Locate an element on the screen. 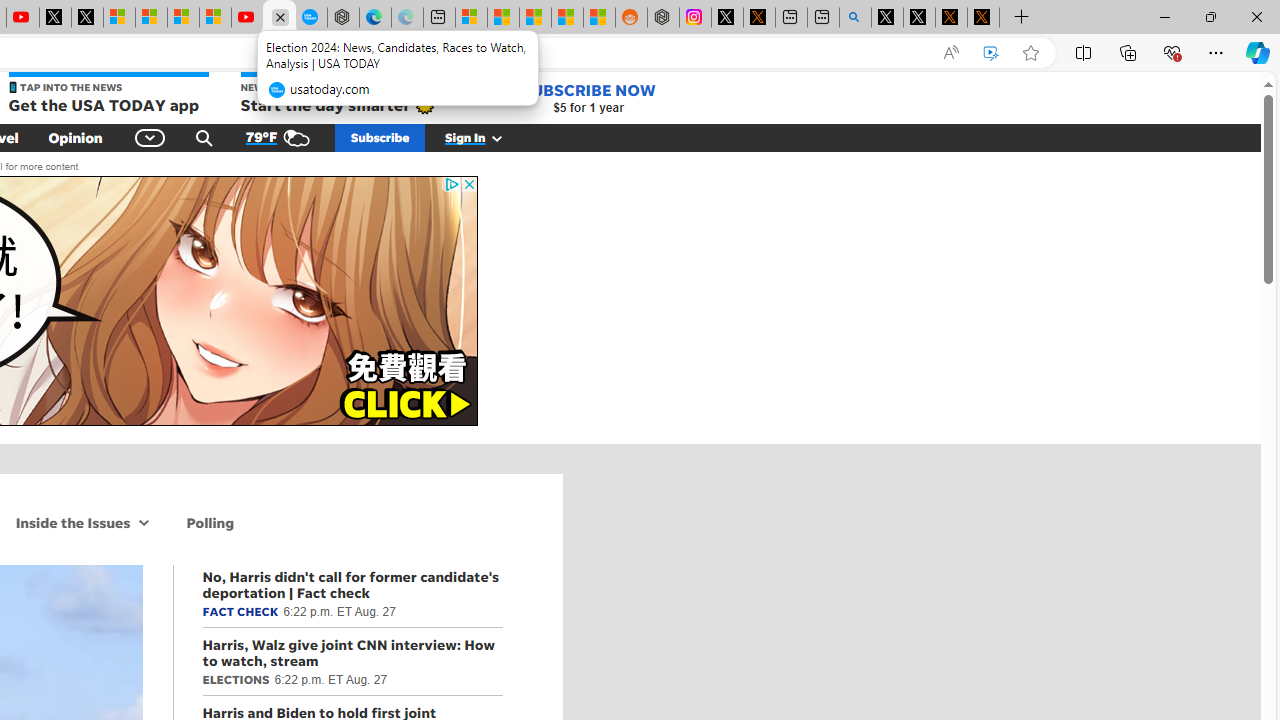  'Shanghai, China Weather trends | Microsoft Weather' is located at coordinates (598, 17).